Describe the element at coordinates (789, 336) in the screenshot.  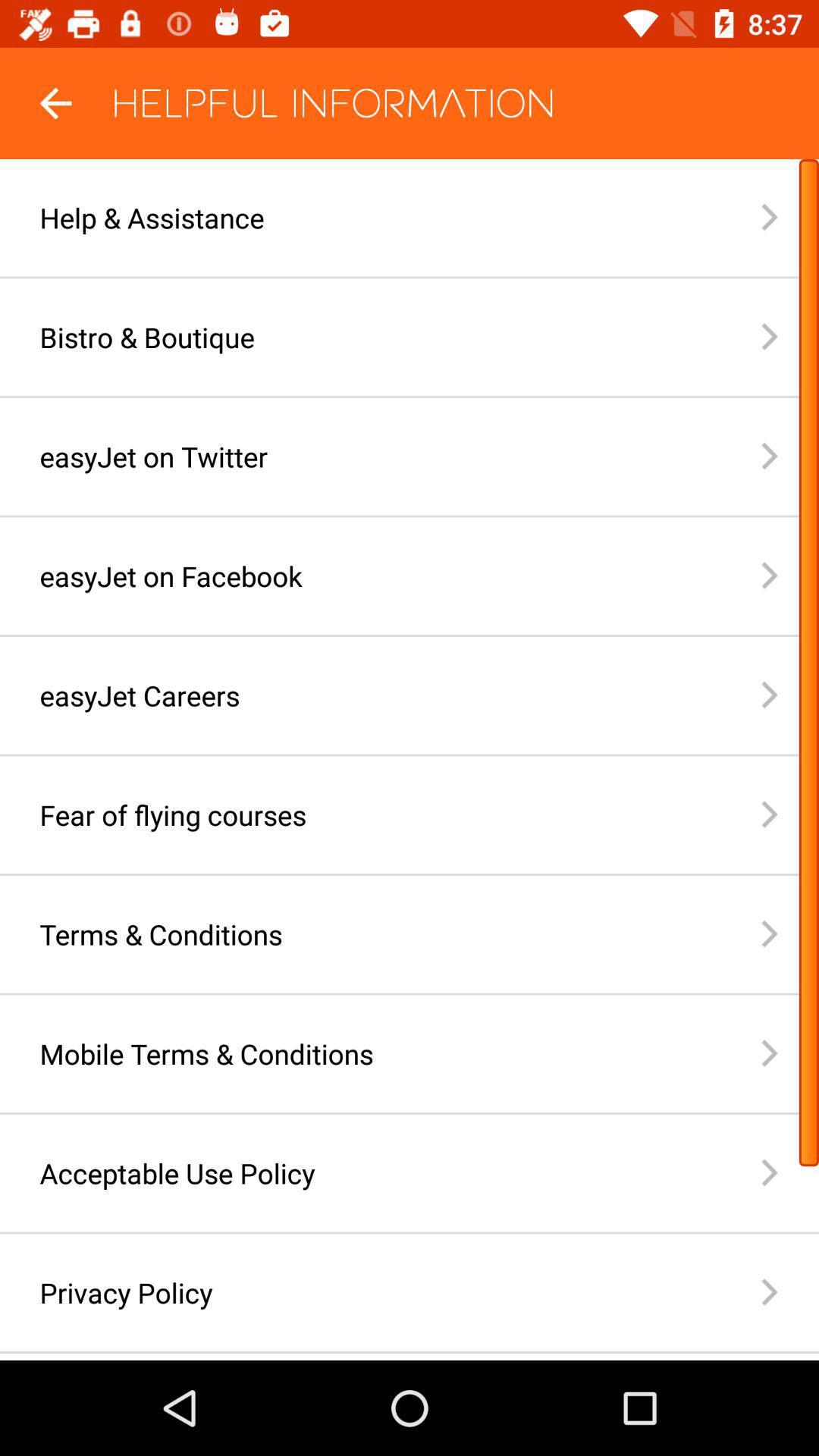
I see `the next button which is after bistro  boutique on the page` at that location.